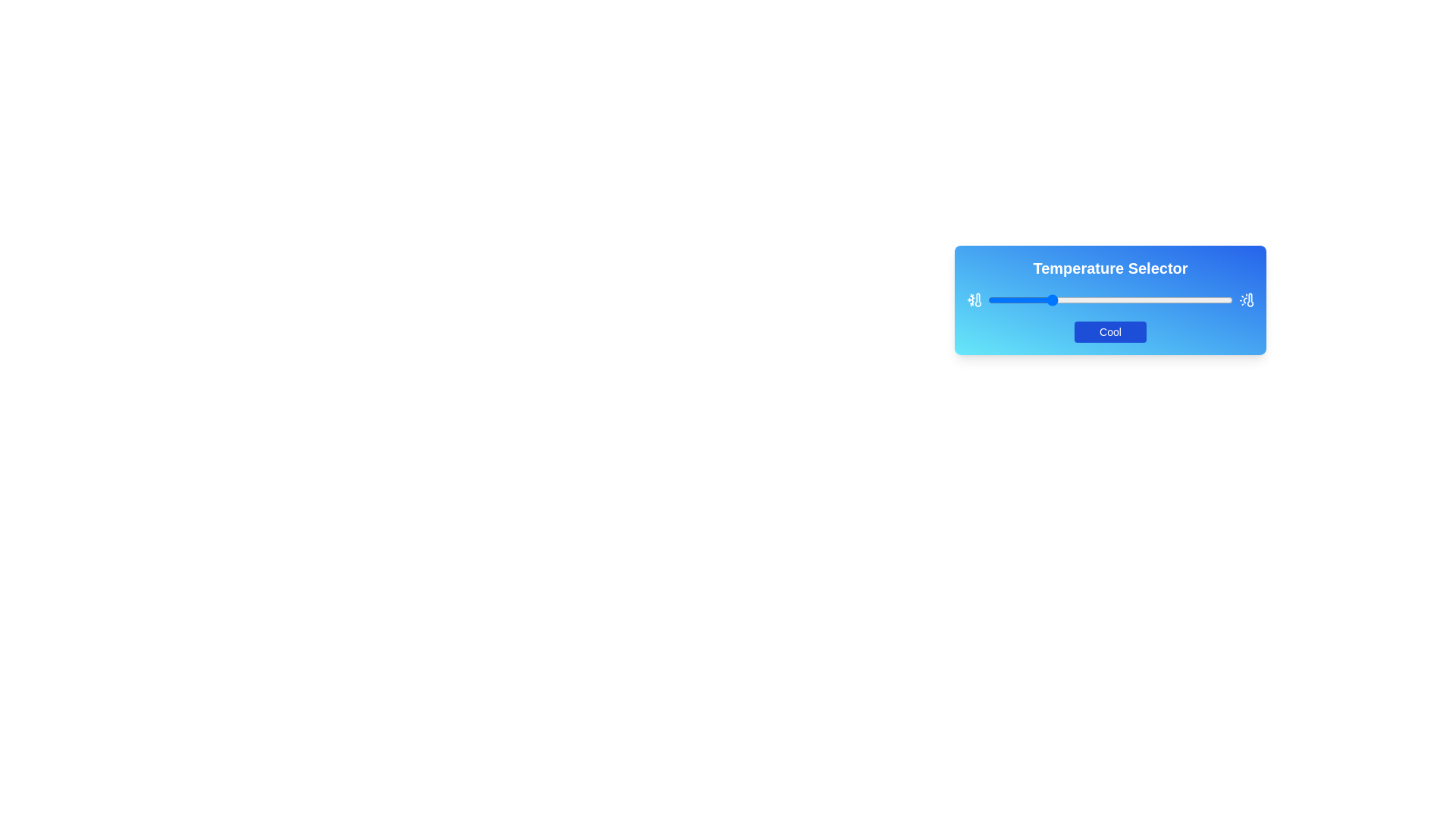 The height and width of the screenshot is (819, 1456). I want to click on the slider to set the temperature to 58, so click(1130, 300).